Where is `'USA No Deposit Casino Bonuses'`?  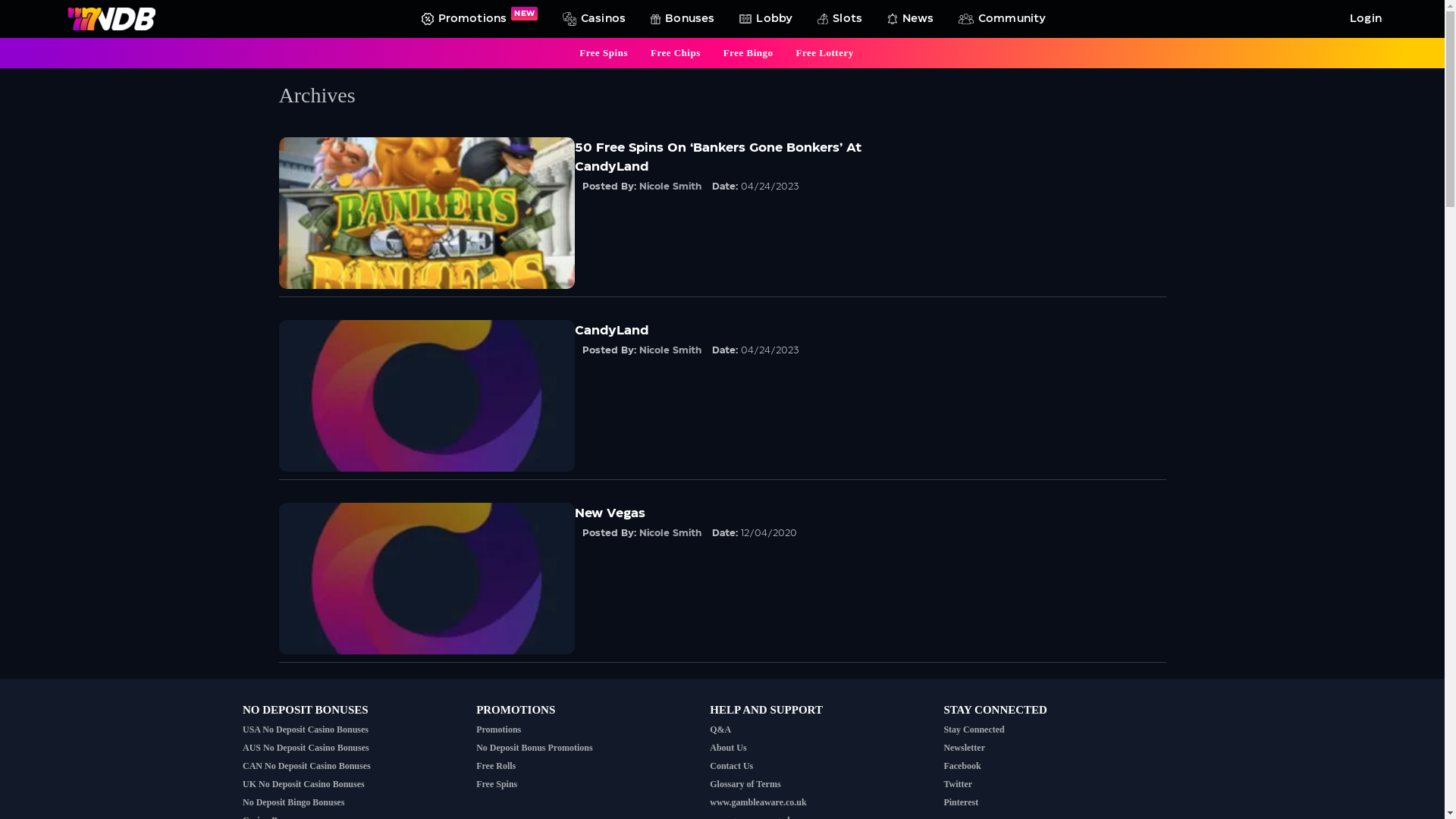
'USA No Deposit Casino Bonuses' is located at coordinates (305, 728).